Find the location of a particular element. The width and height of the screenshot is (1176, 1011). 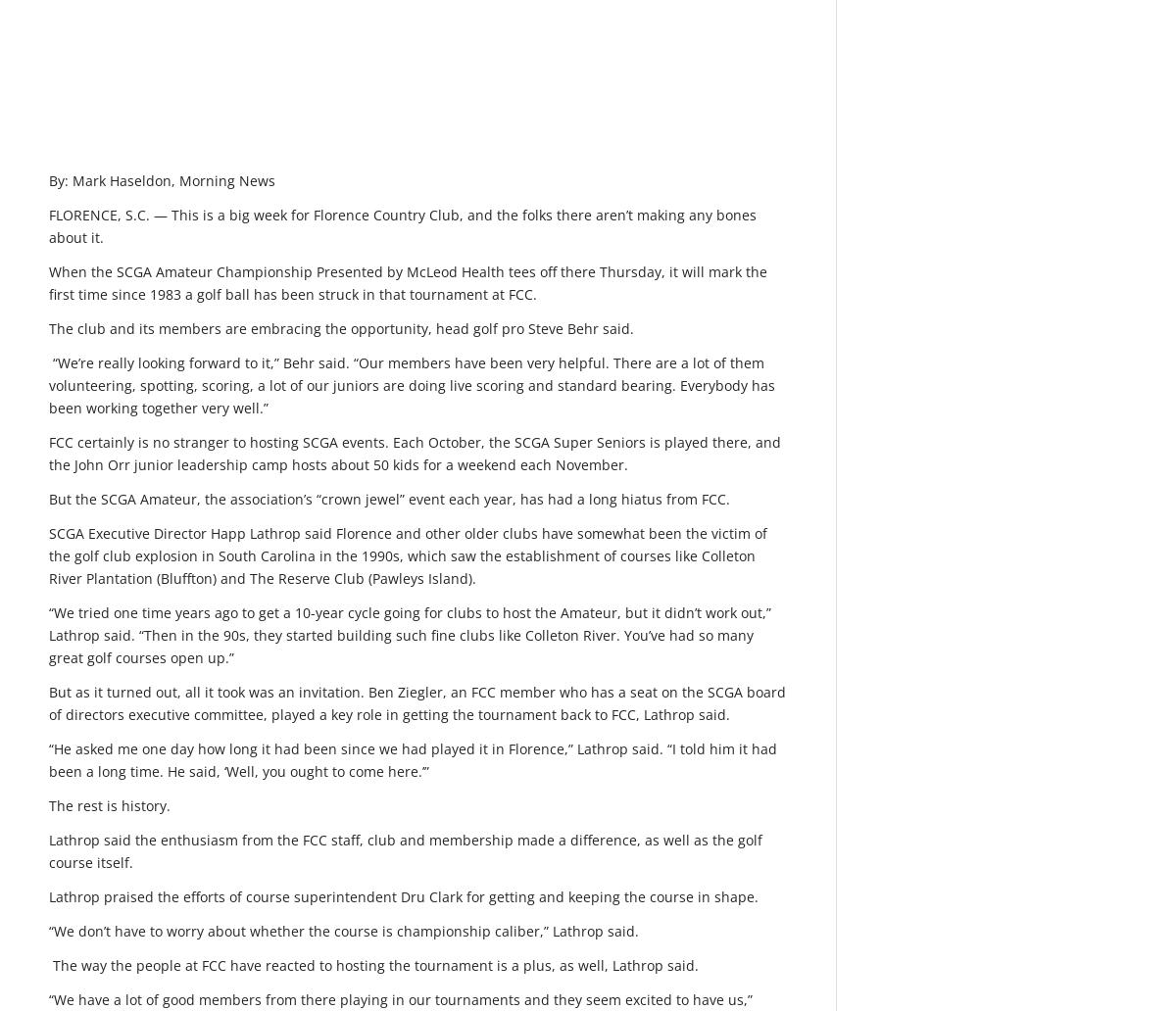

'FCC certainly is no stranger to hosting SCGA events. Each October, the SCGA Super Seniors is played there, and the John Orr junior leadership camp hosts about 50 kids for a weekend each November.' is located at coordinates (415, 452).